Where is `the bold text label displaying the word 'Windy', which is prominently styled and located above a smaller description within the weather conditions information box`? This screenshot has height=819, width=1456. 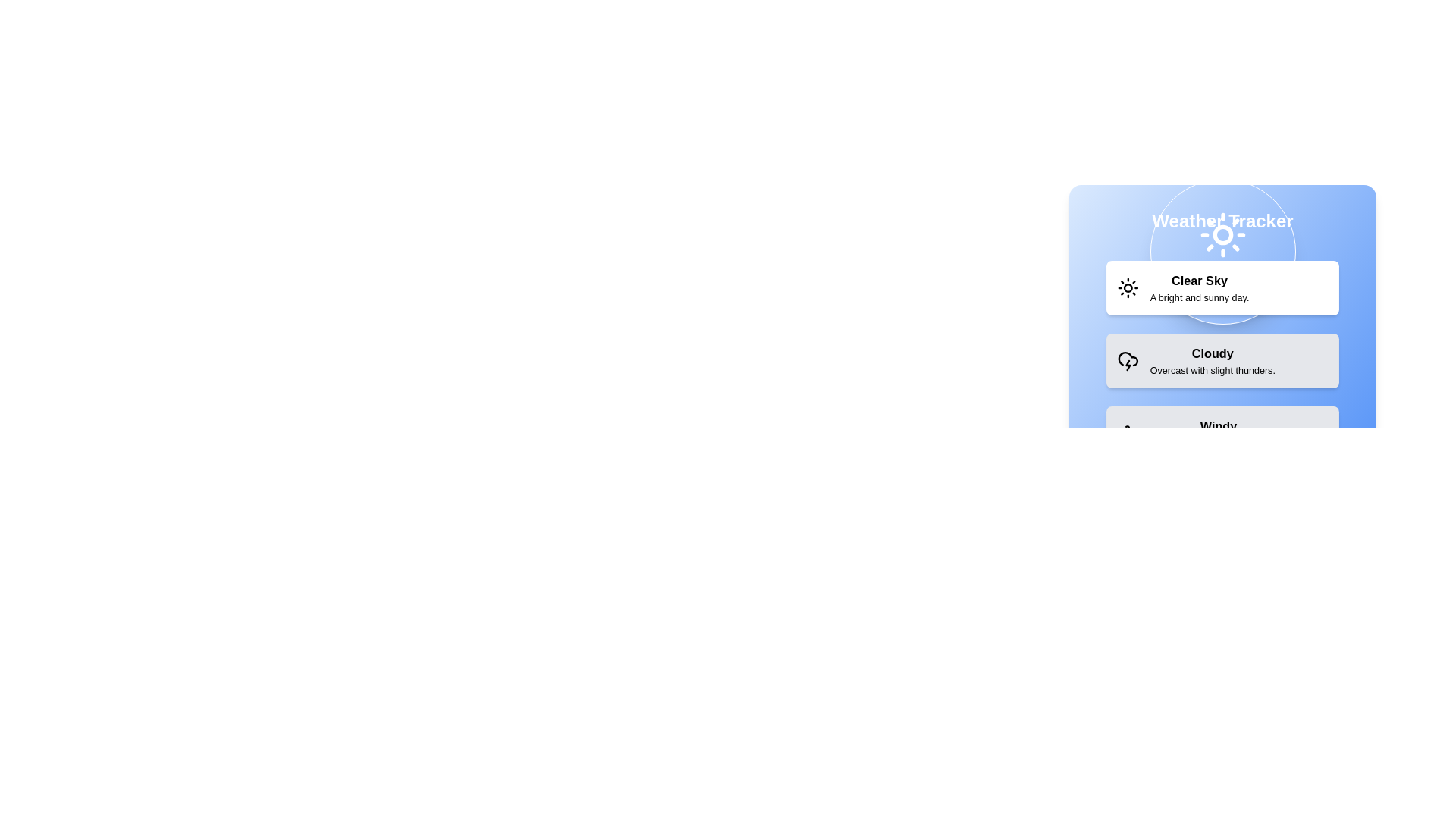 the bold text label displaying the word 'Windy', which is prominently styled and located above a smaller description within the weather conditions information box is located at coordinates (1219, 427).